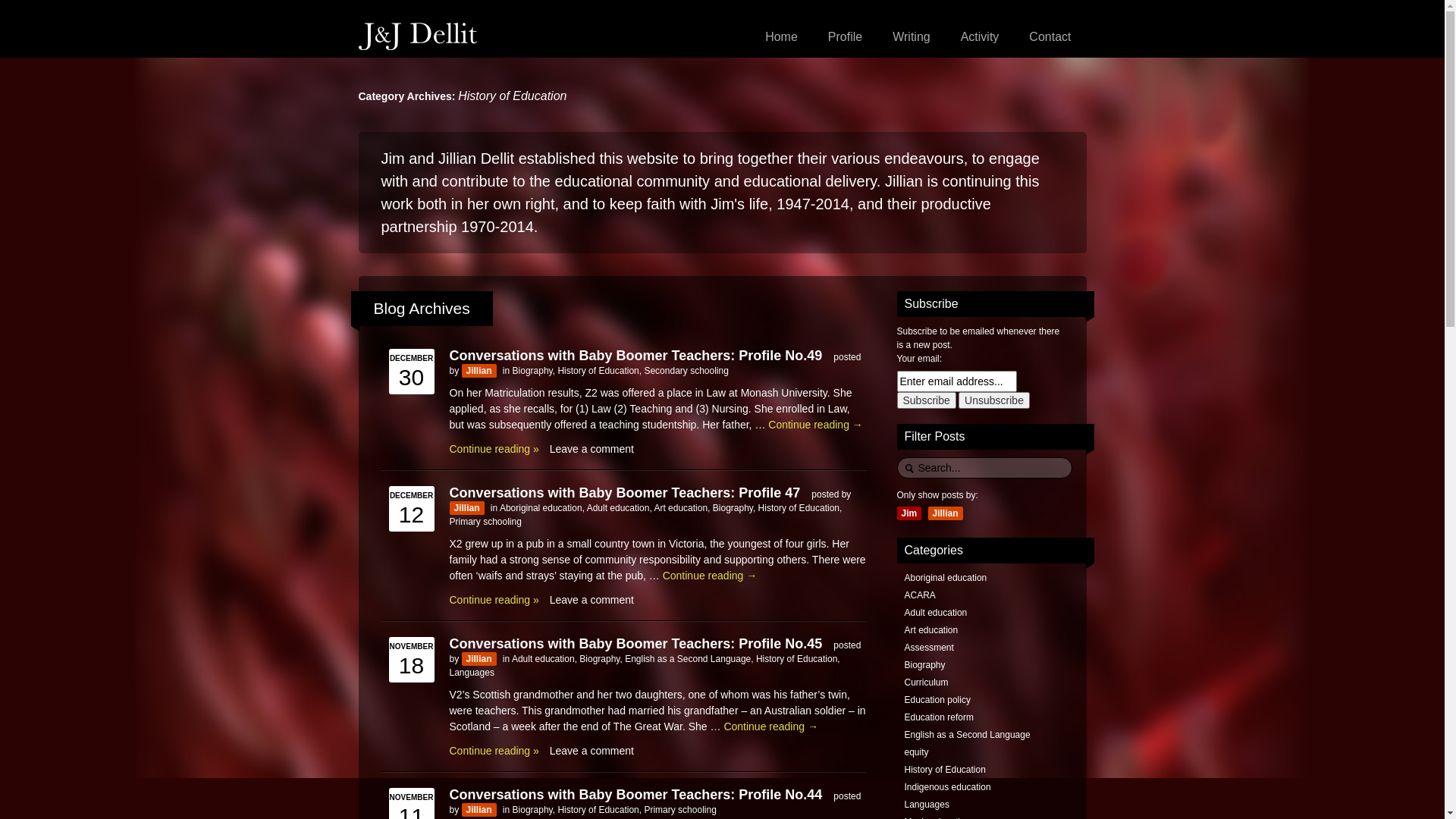 Image resolution: width=1456 pixels, height=819 pixels. Describe the element at coordinates (479, 371) in the screenshot. I see `'Jillian'` at that location.